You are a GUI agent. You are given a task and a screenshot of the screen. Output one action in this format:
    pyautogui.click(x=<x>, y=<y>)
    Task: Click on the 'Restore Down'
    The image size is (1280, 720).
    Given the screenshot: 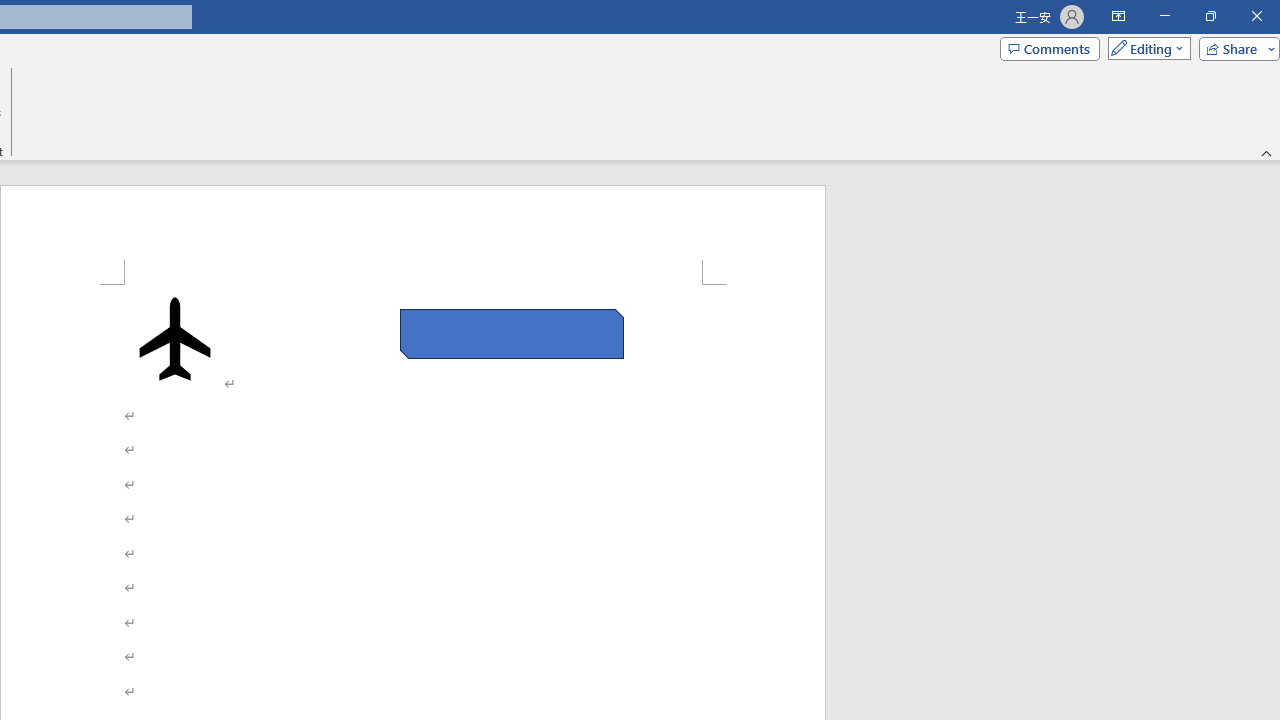 What is the action you would take?
    pyautogui.click(x=1209, y=16)
    